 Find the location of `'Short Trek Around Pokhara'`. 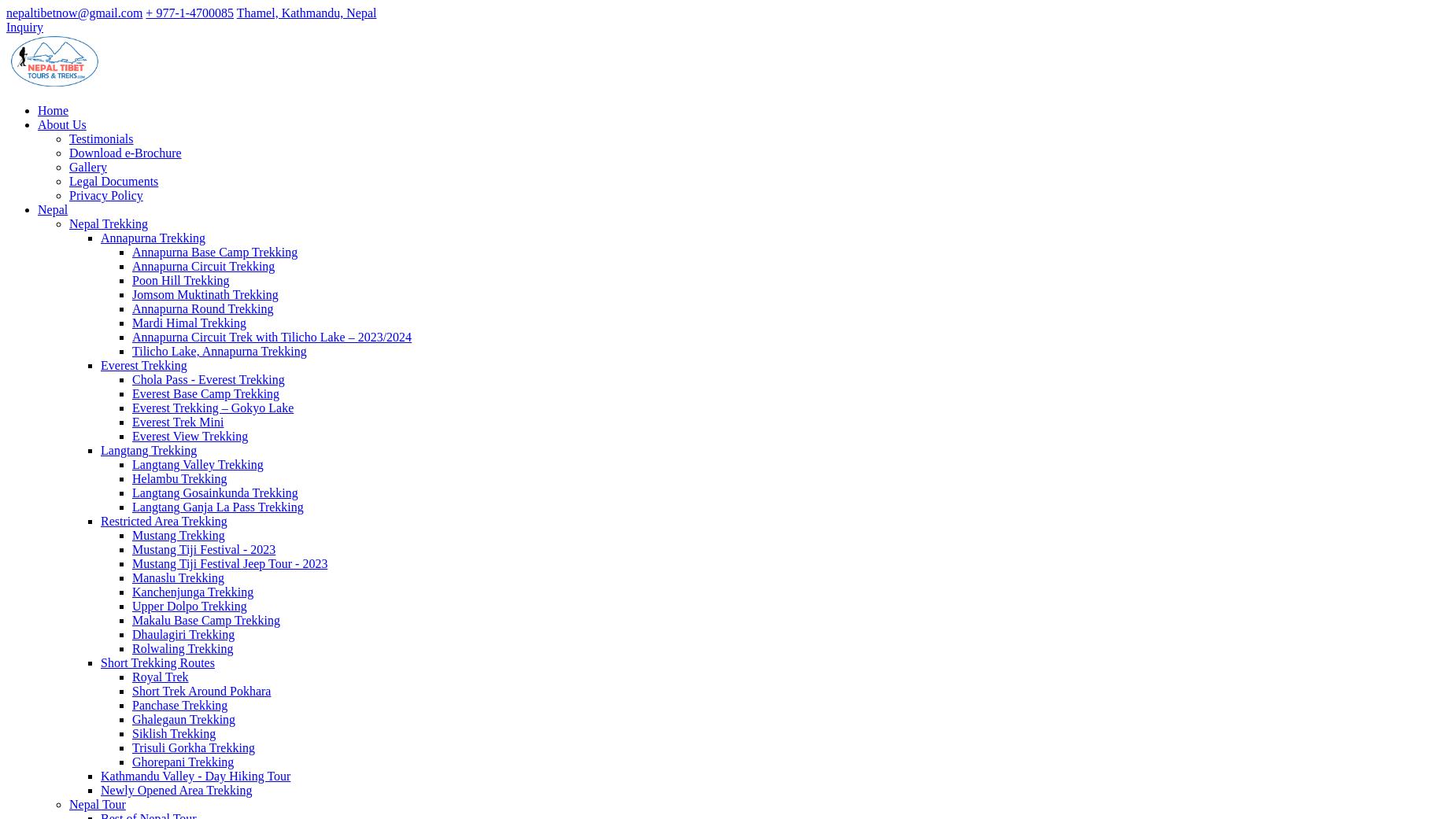

'Short Trek Around Pokhara' is located at coordinates (201, 690).